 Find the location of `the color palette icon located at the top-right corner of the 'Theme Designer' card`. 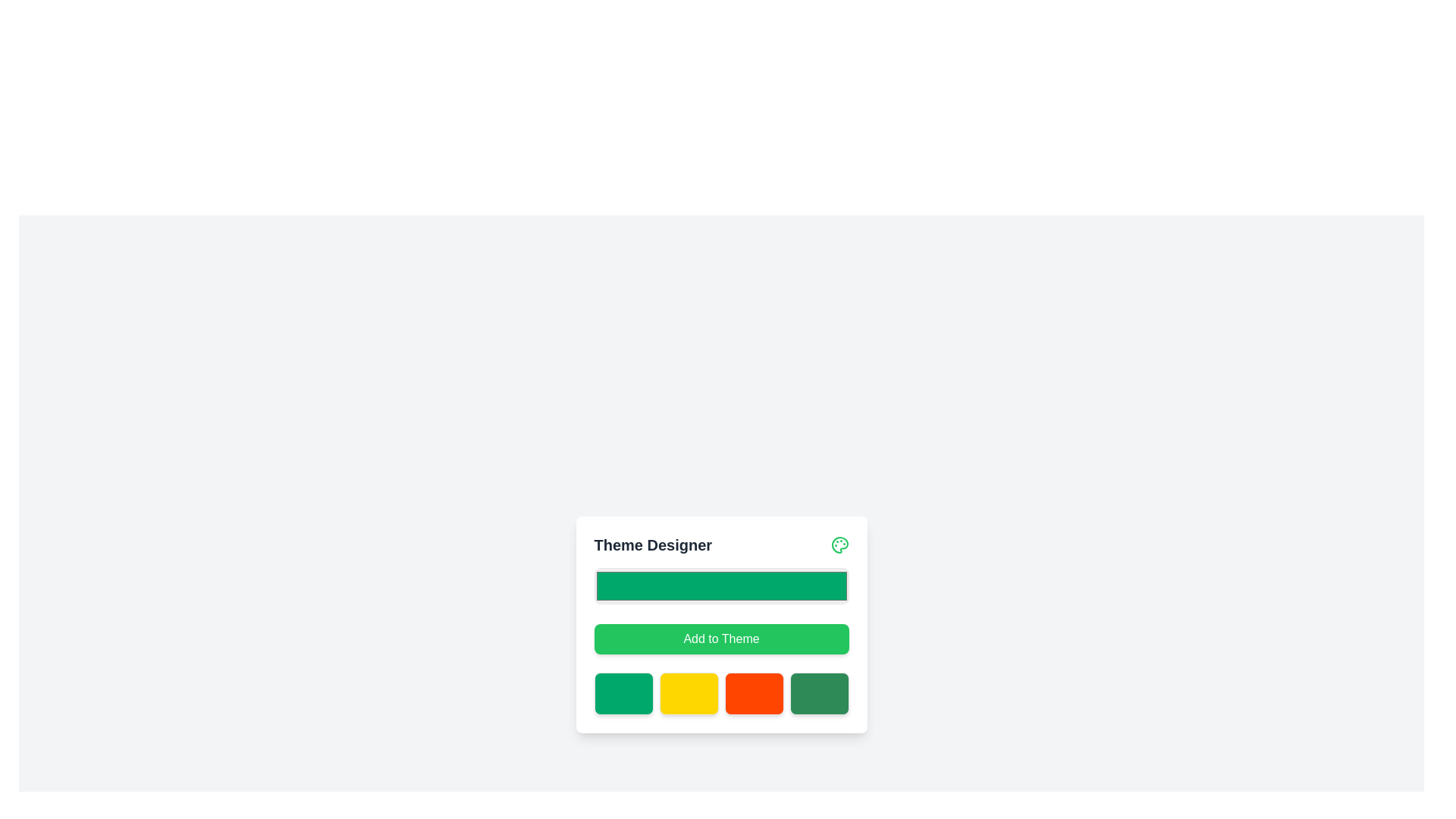

the color palette icon located at the top-right corner of the 'Theme Designer' card is located at coordinates (839, 544).